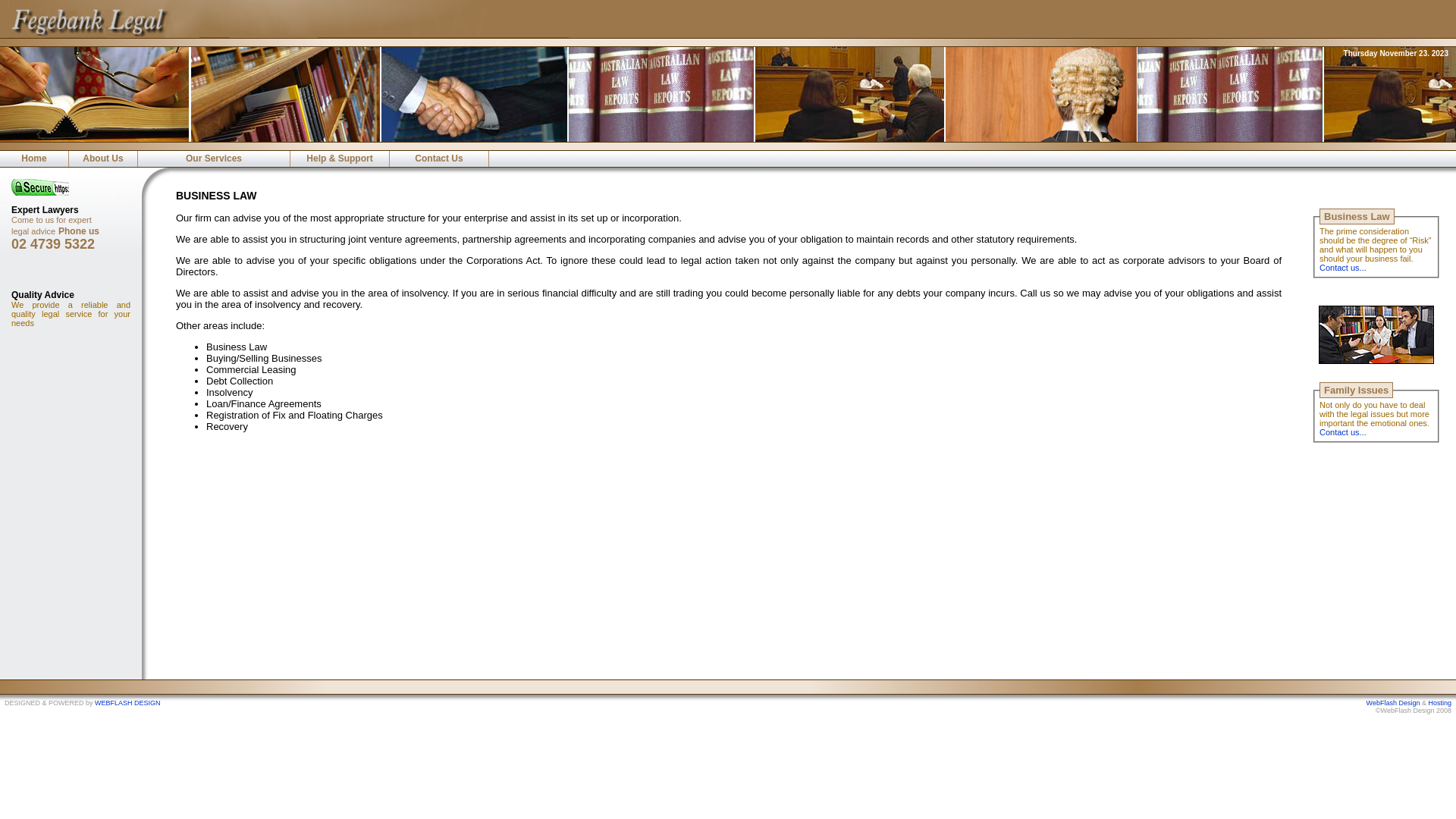 This screenshot has height=819, width=1456. What do you see at coordinates (213, 158) in the screenshot?
I see `'Our Services'` at bounding box center [213, 158].